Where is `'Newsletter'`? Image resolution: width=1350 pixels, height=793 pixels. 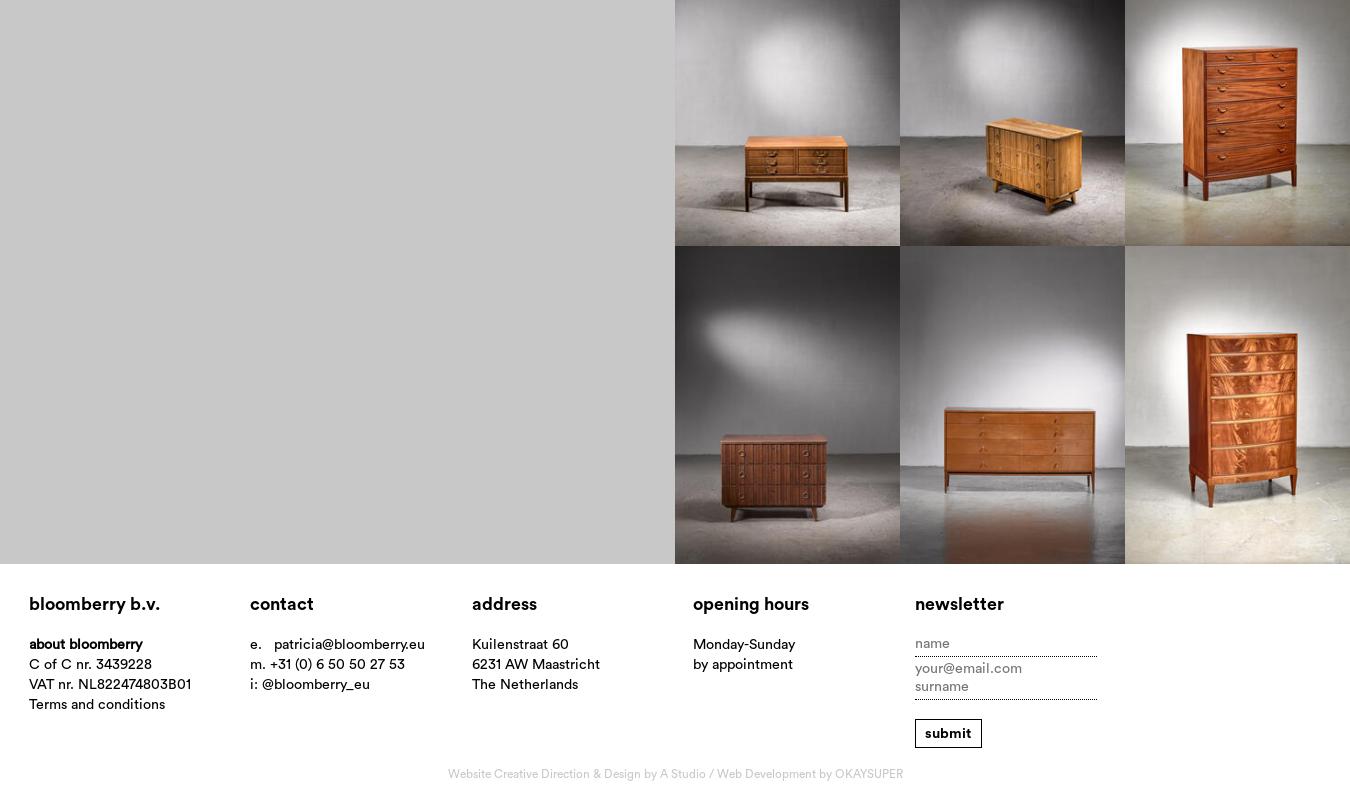 'Newsletter' is located at coordinates (957, 603).